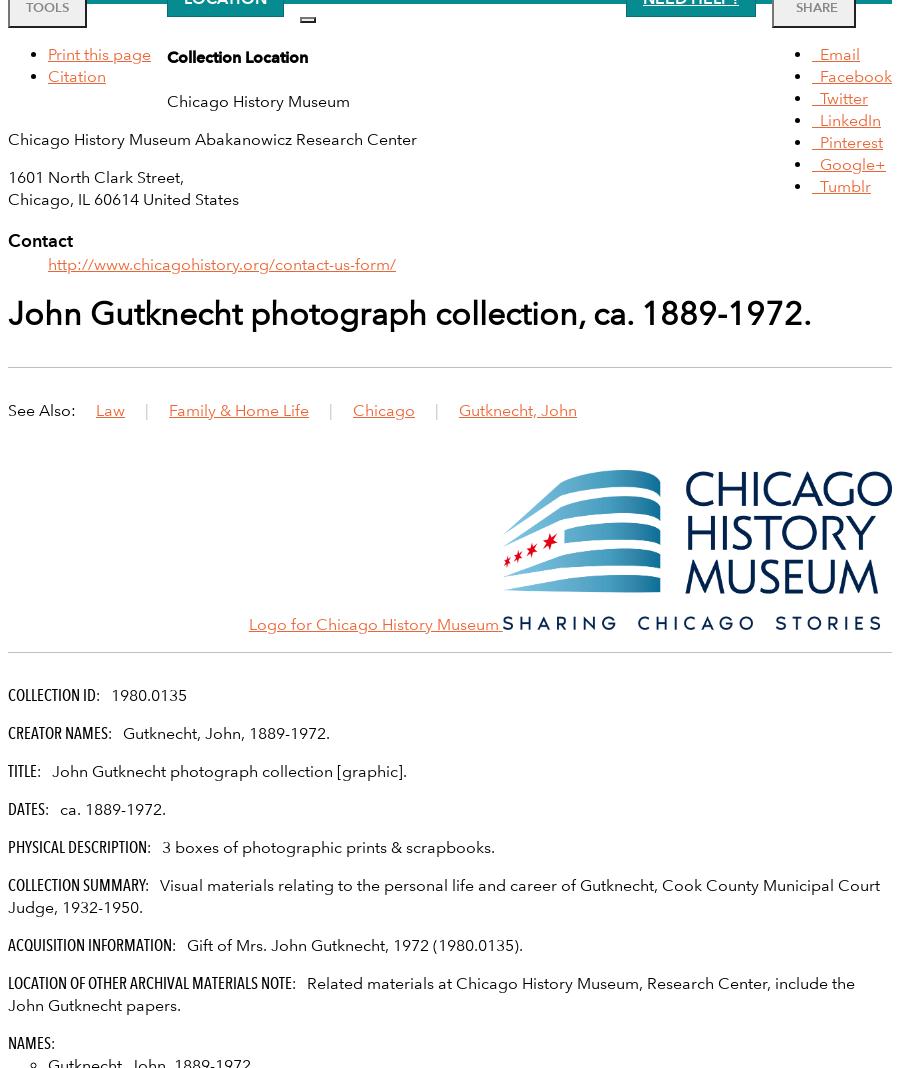  What do you see at coordinates (238, 409) in the screenshot?
I see `'Family & Home Life'` at bounding box center [238, 409].